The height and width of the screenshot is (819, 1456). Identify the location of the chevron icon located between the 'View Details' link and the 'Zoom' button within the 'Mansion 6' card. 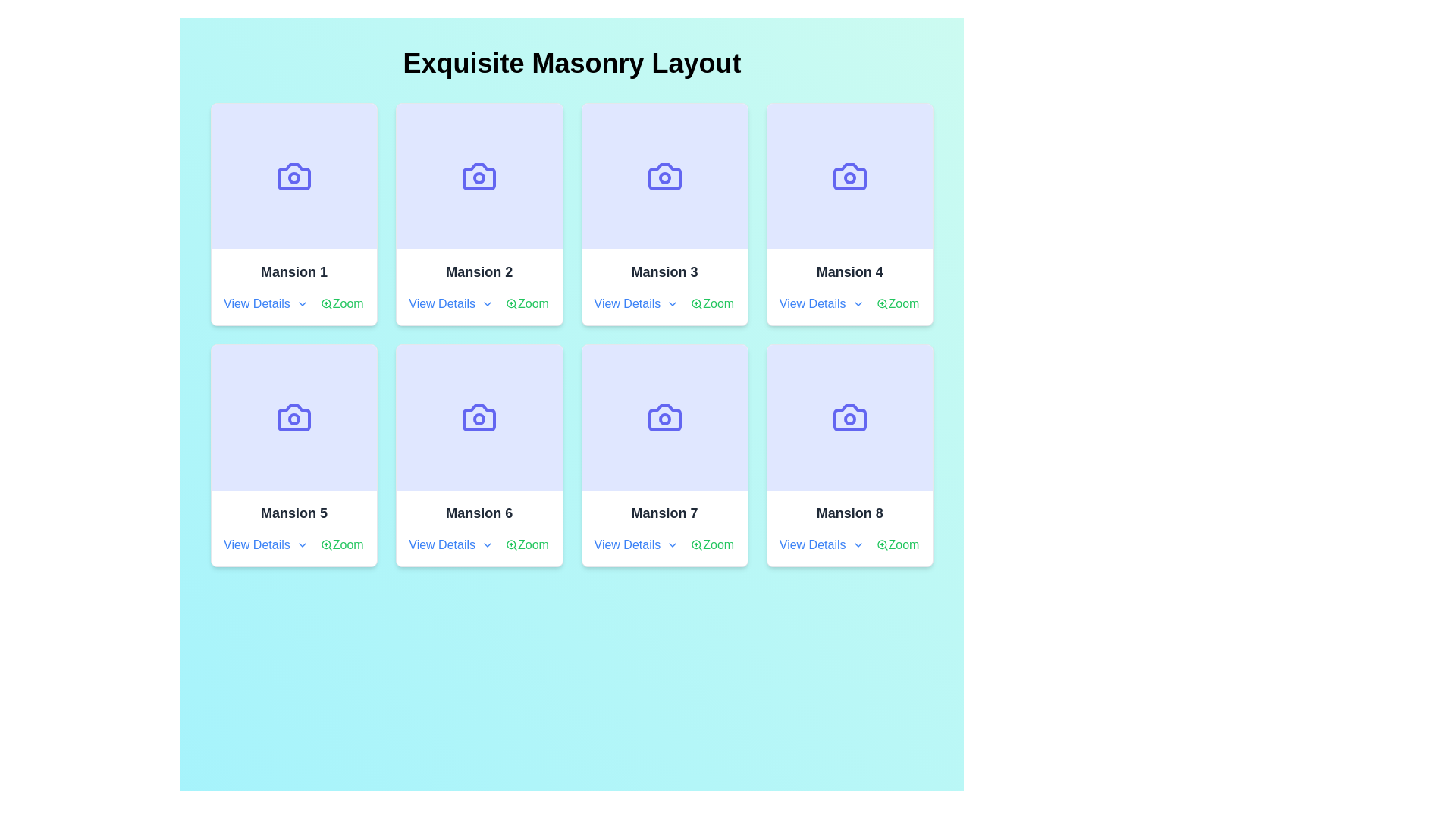
(479, 544).